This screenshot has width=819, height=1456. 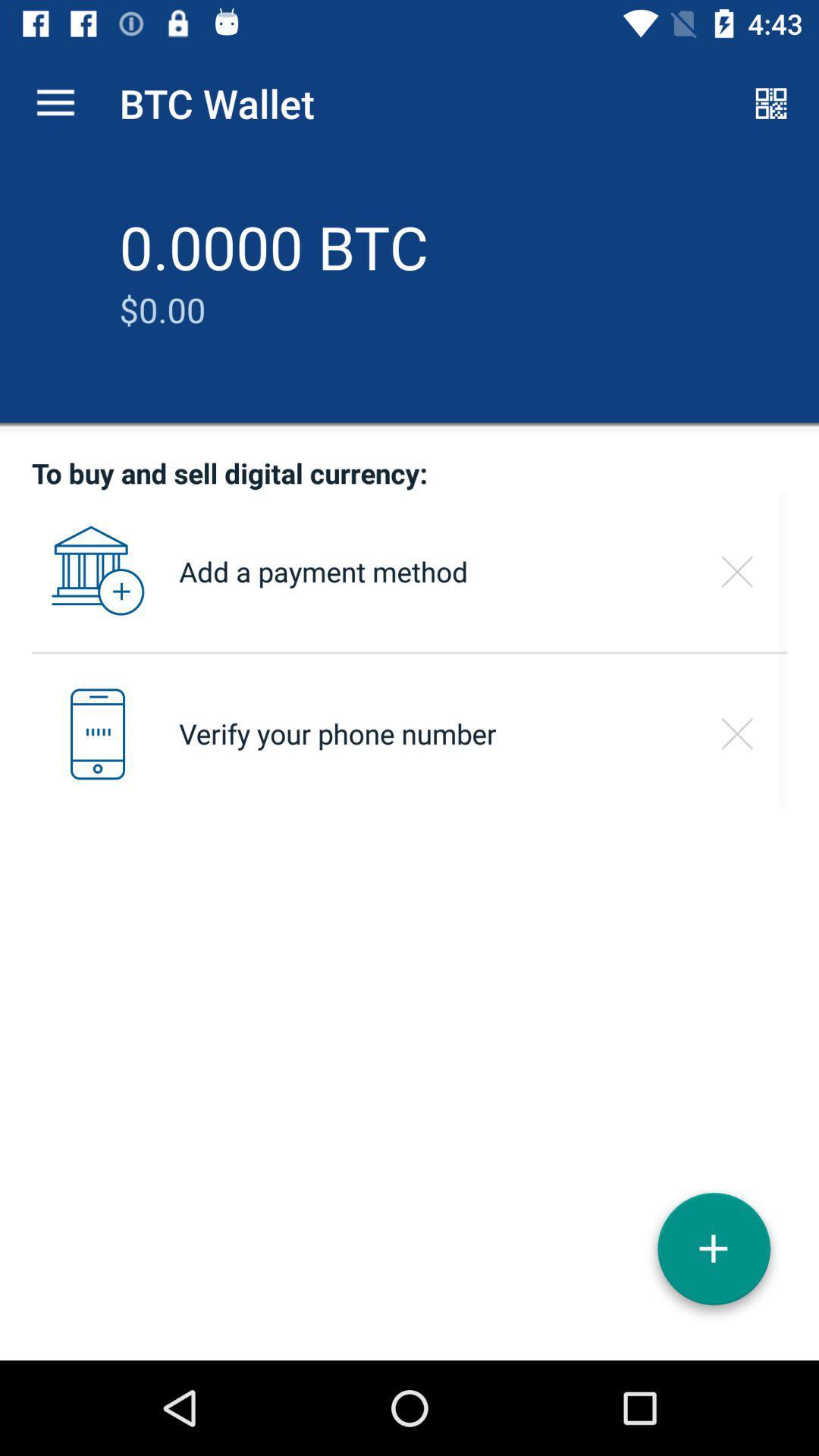 What do you see at coordinates (714, 1254) in the screenshot?
I see `the add icon` at bounding box center [714, 1254].